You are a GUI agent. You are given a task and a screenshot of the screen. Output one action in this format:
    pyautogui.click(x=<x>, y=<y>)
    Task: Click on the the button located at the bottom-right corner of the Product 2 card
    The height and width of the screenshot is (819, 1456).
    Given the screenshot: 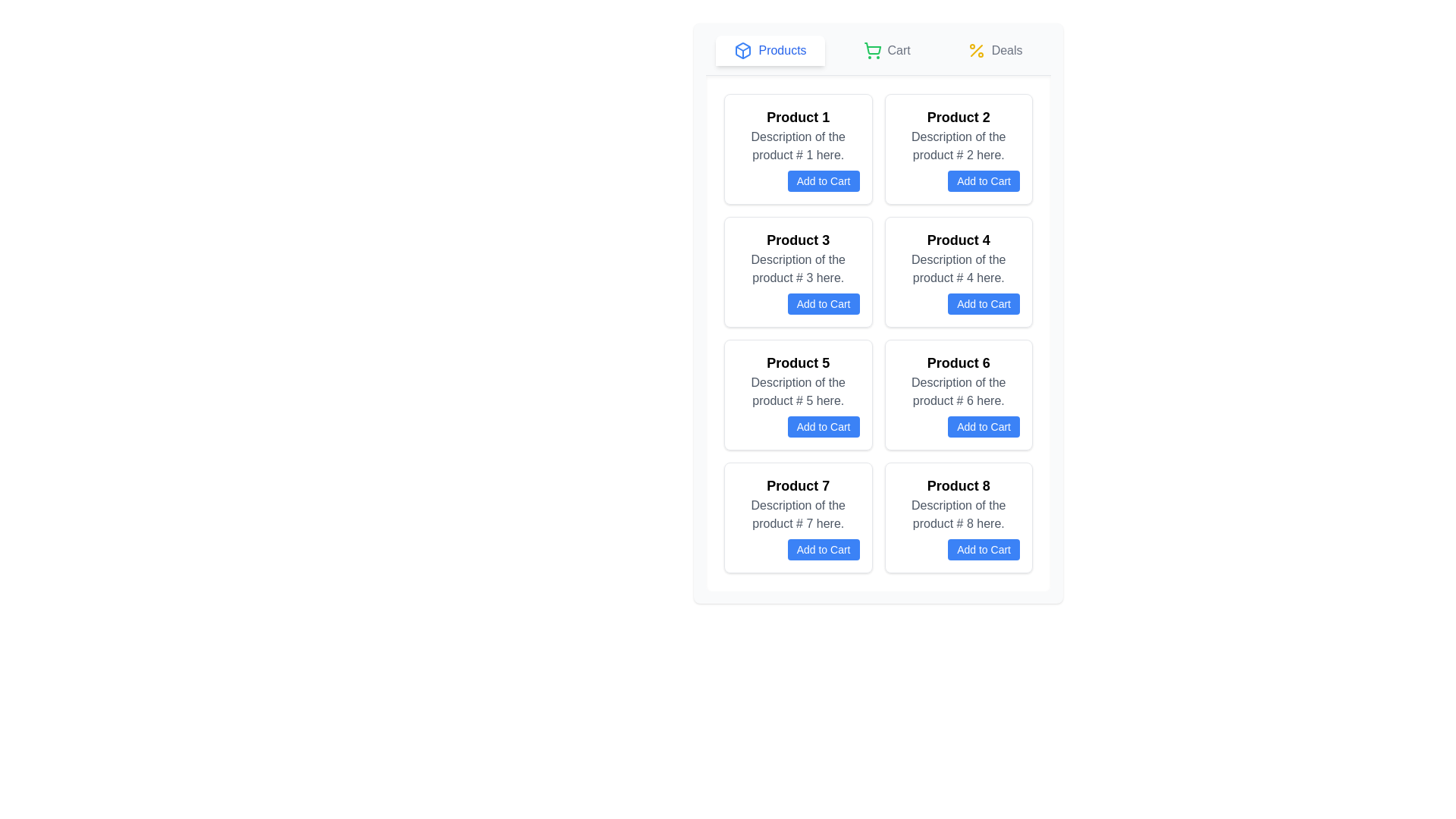 What is the action you would take?
    pyautogui.click(x=957, y=180)
    